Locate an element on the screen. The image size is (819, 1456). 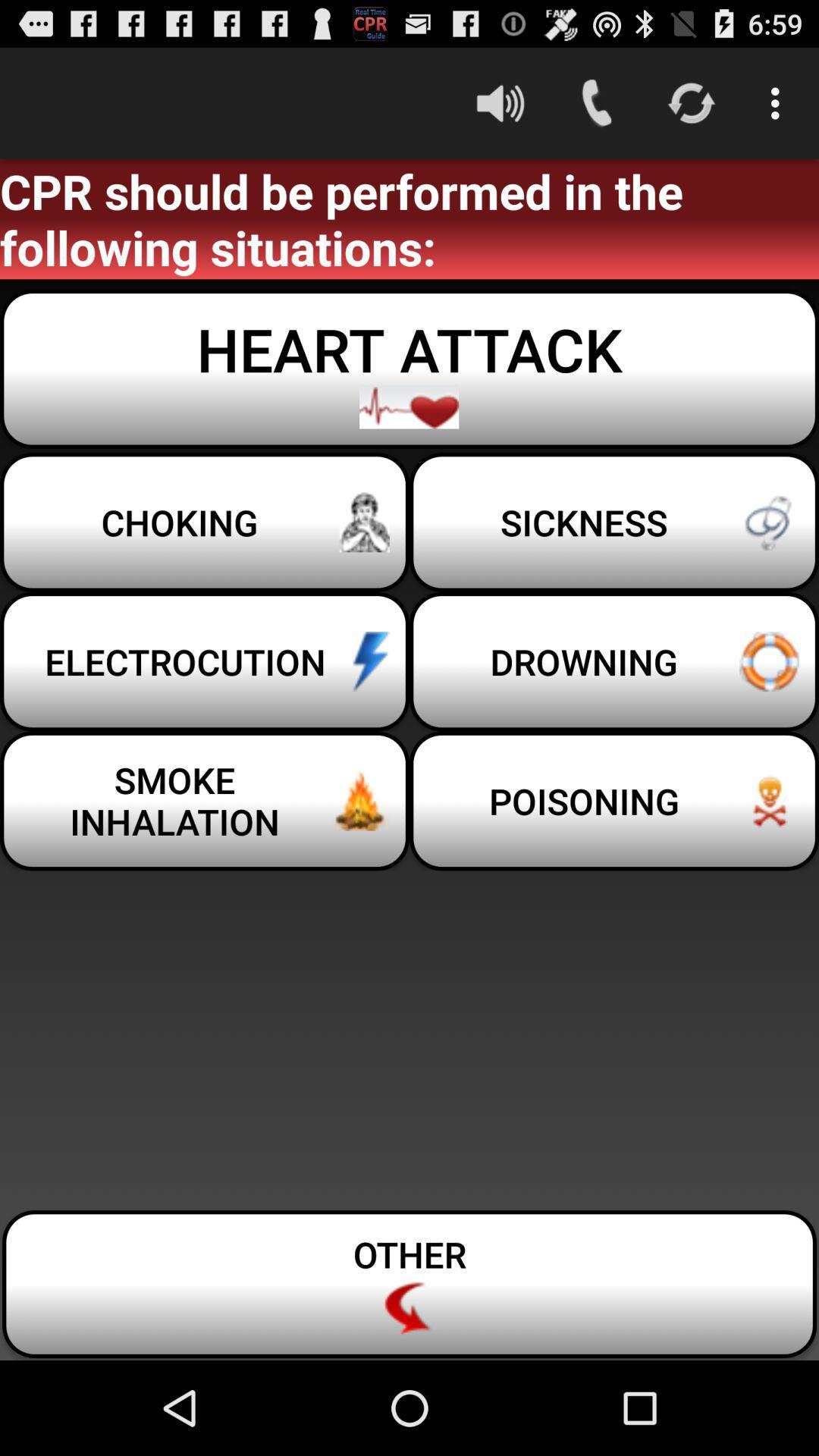
the smoke inhalation icon is located at coordinates (205, 800).